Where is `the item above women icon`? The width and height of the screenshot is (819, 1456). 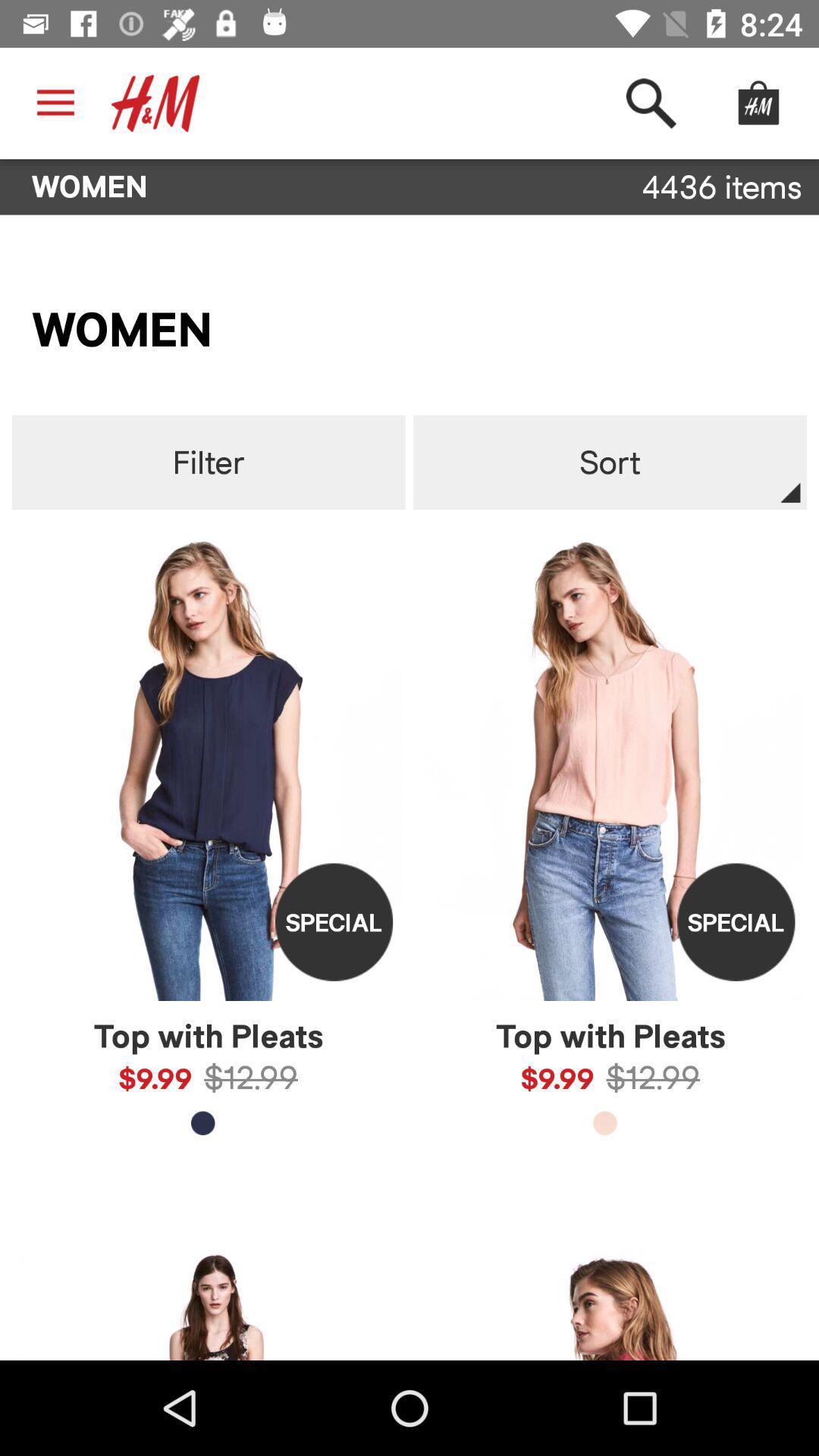 the item above women icon is located at coordinates (55, 102).